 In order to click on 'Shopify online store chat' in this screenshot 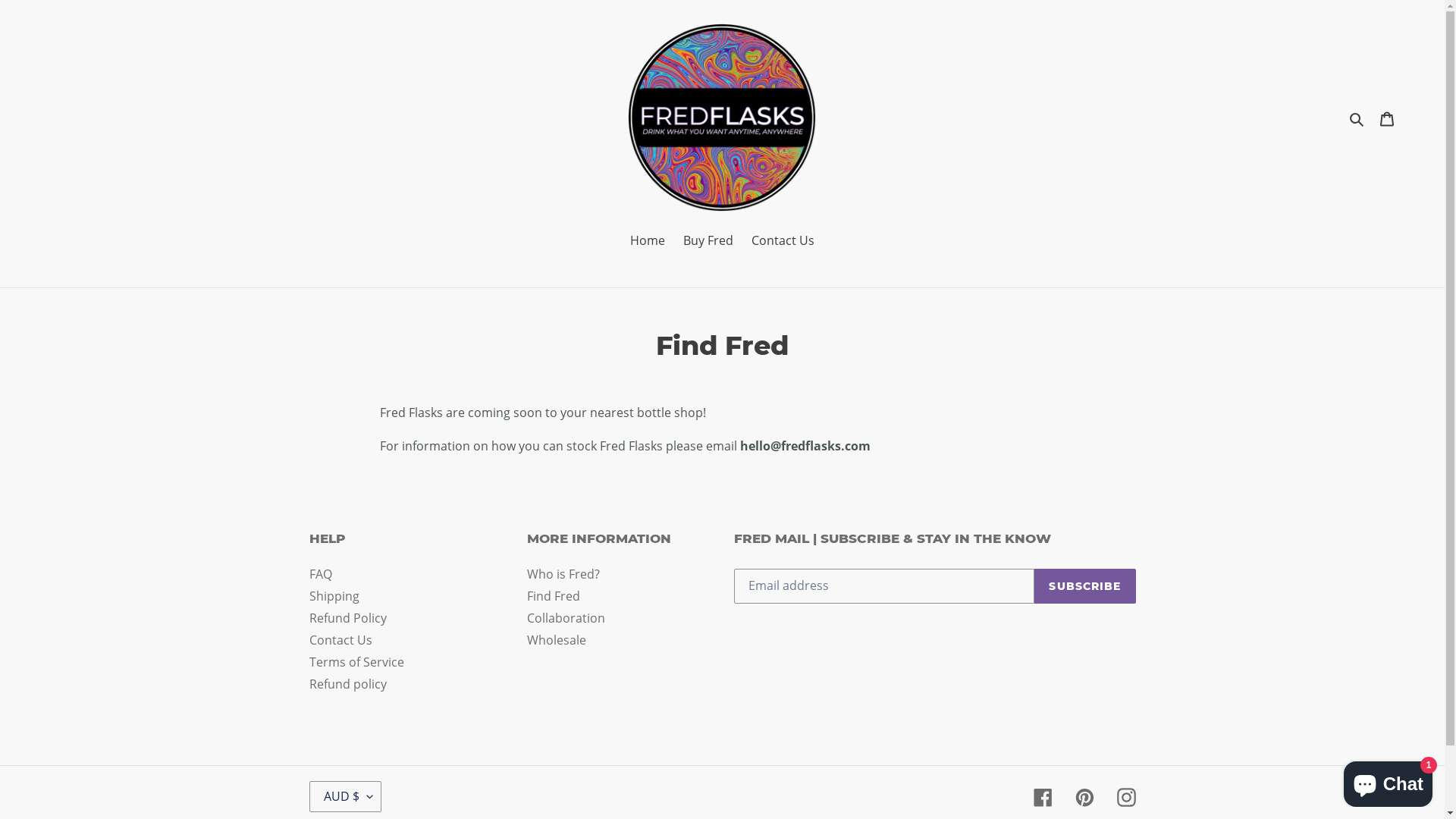, I will do `click(1388, 780)`.